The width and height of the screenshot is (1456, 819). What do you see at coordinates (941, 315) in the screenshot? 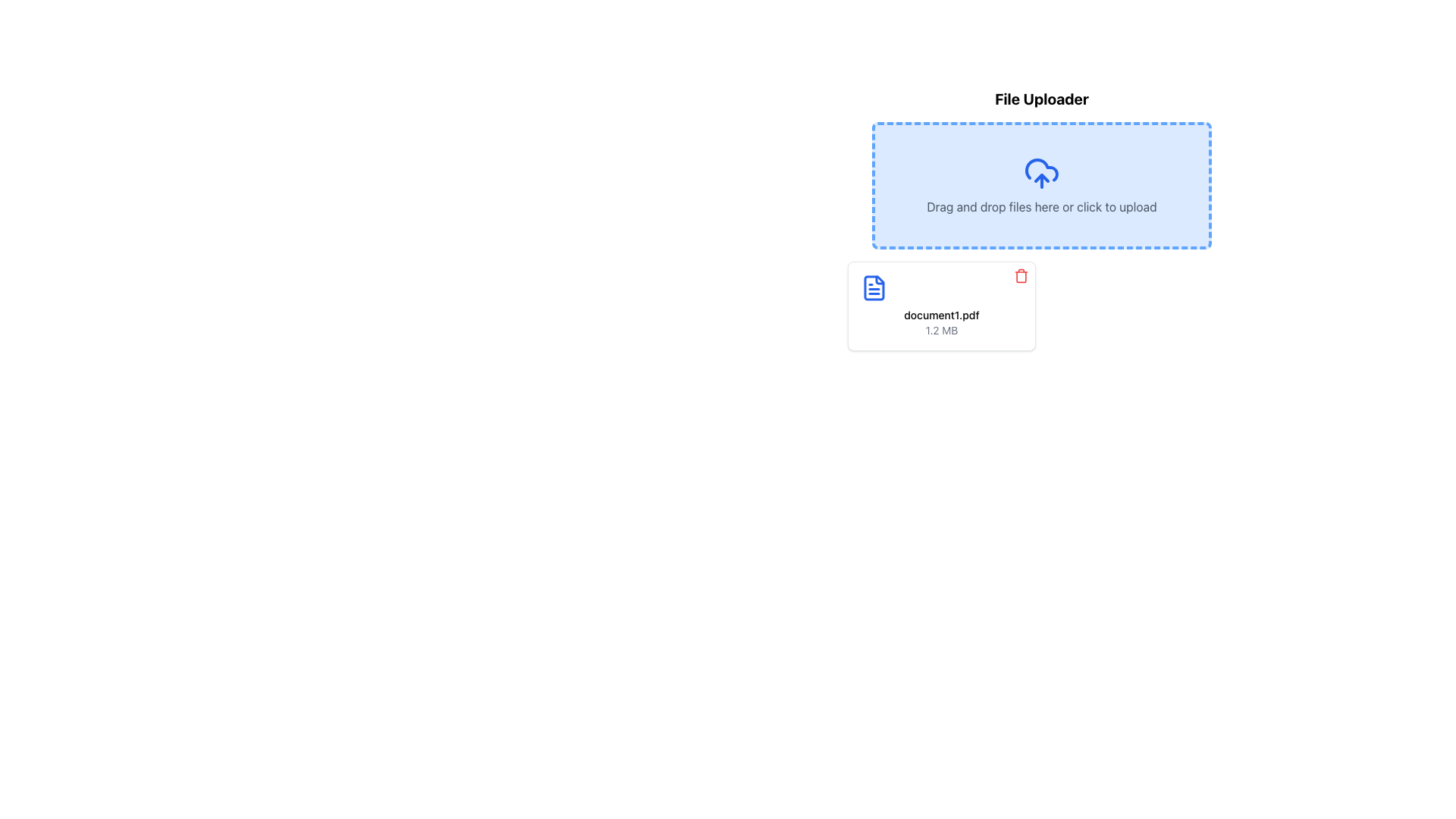
I see `the Text label that displays the filename of the uploaded file in the lower right section of the File Uploader interface` at bounding box center [941, 315].